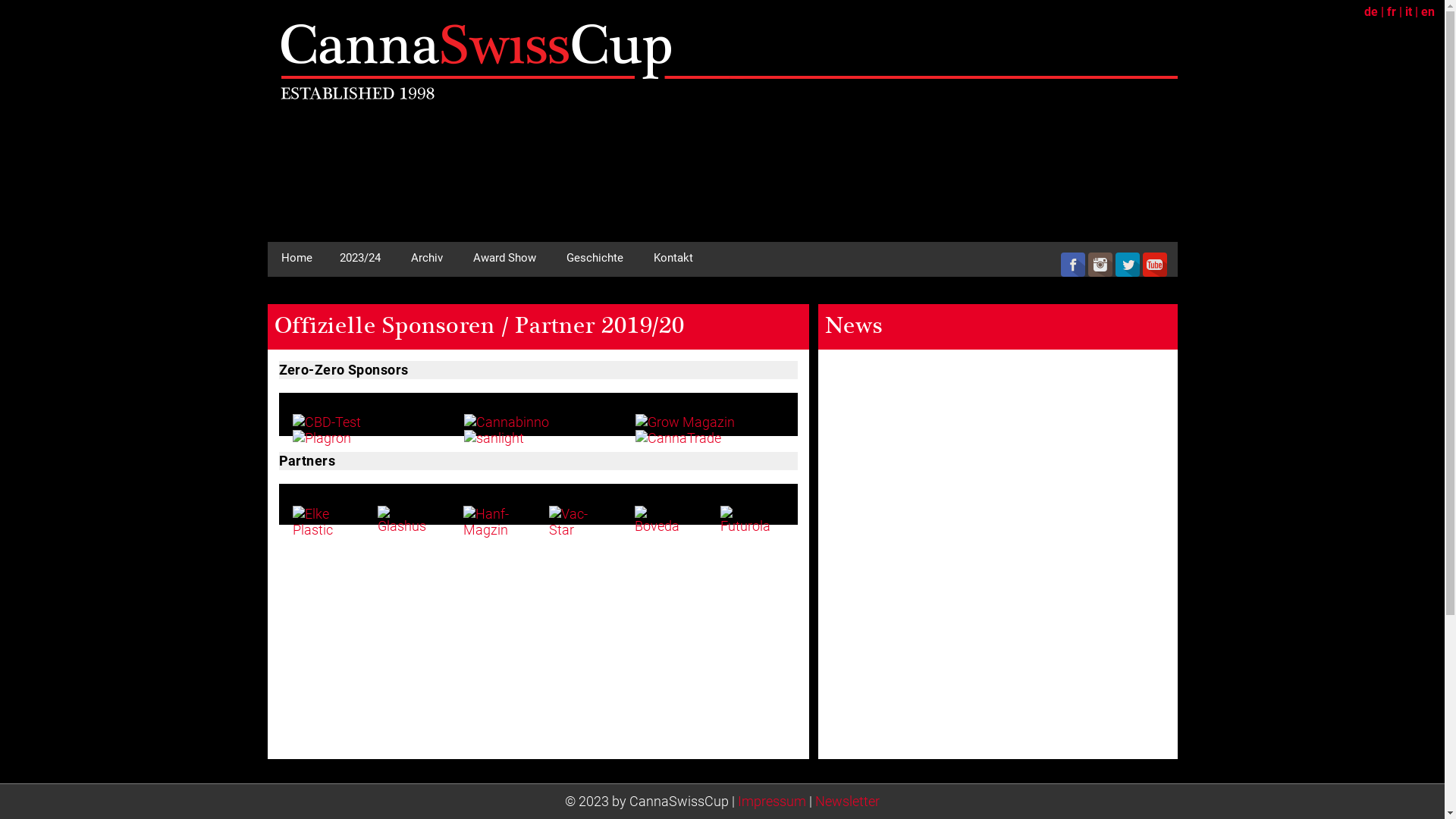  What do you see at coordinates (1391, 11) in the screenshot?
I see `'fr'` at bounding box center [1391, 11].